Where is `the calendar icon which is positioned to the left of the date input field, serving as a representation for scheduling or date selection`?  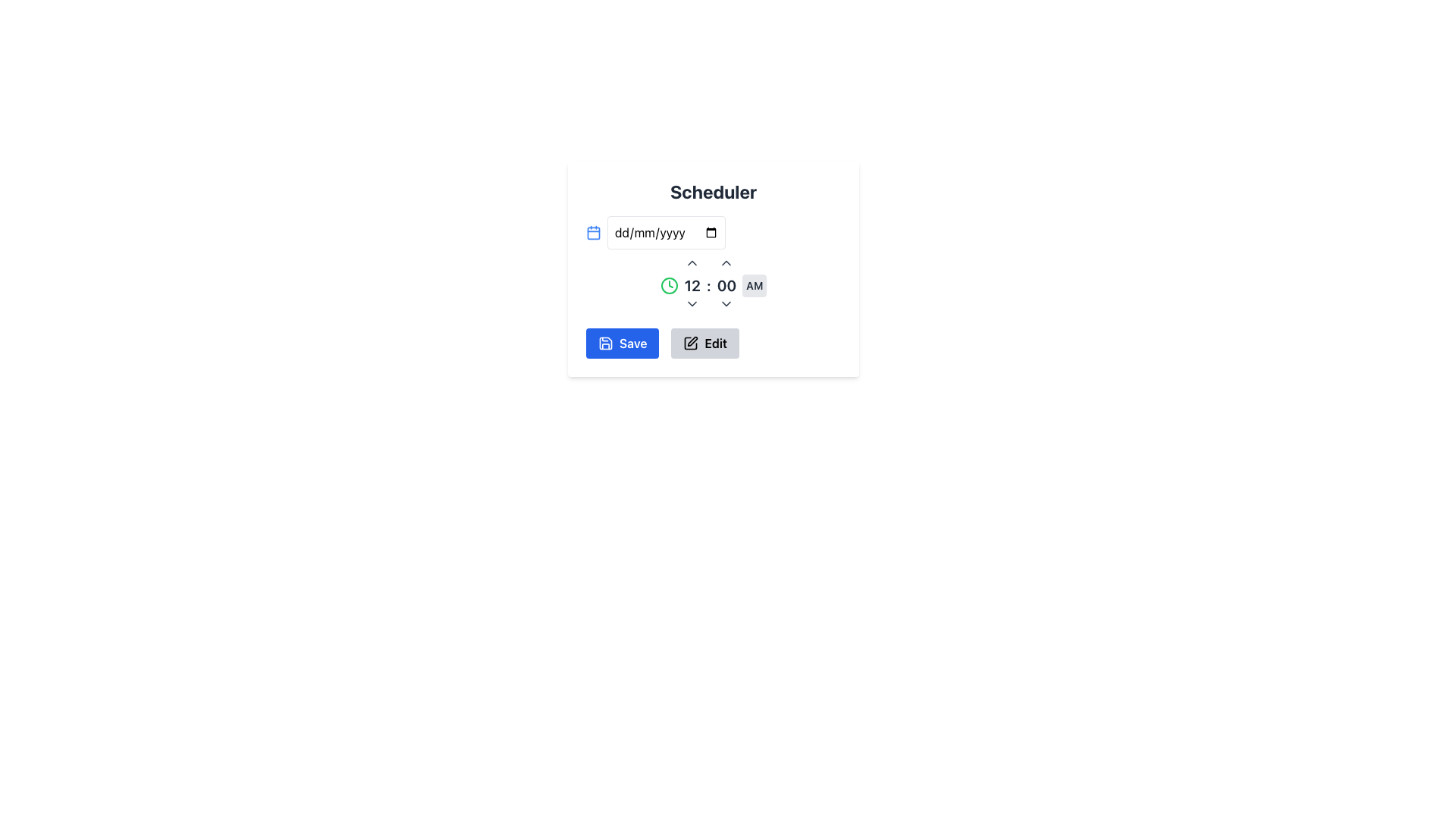
the calendar icon which is positioned to the left of the date input field, serving as a representation for scheduling or date selection is located at coordinates (592, 233).